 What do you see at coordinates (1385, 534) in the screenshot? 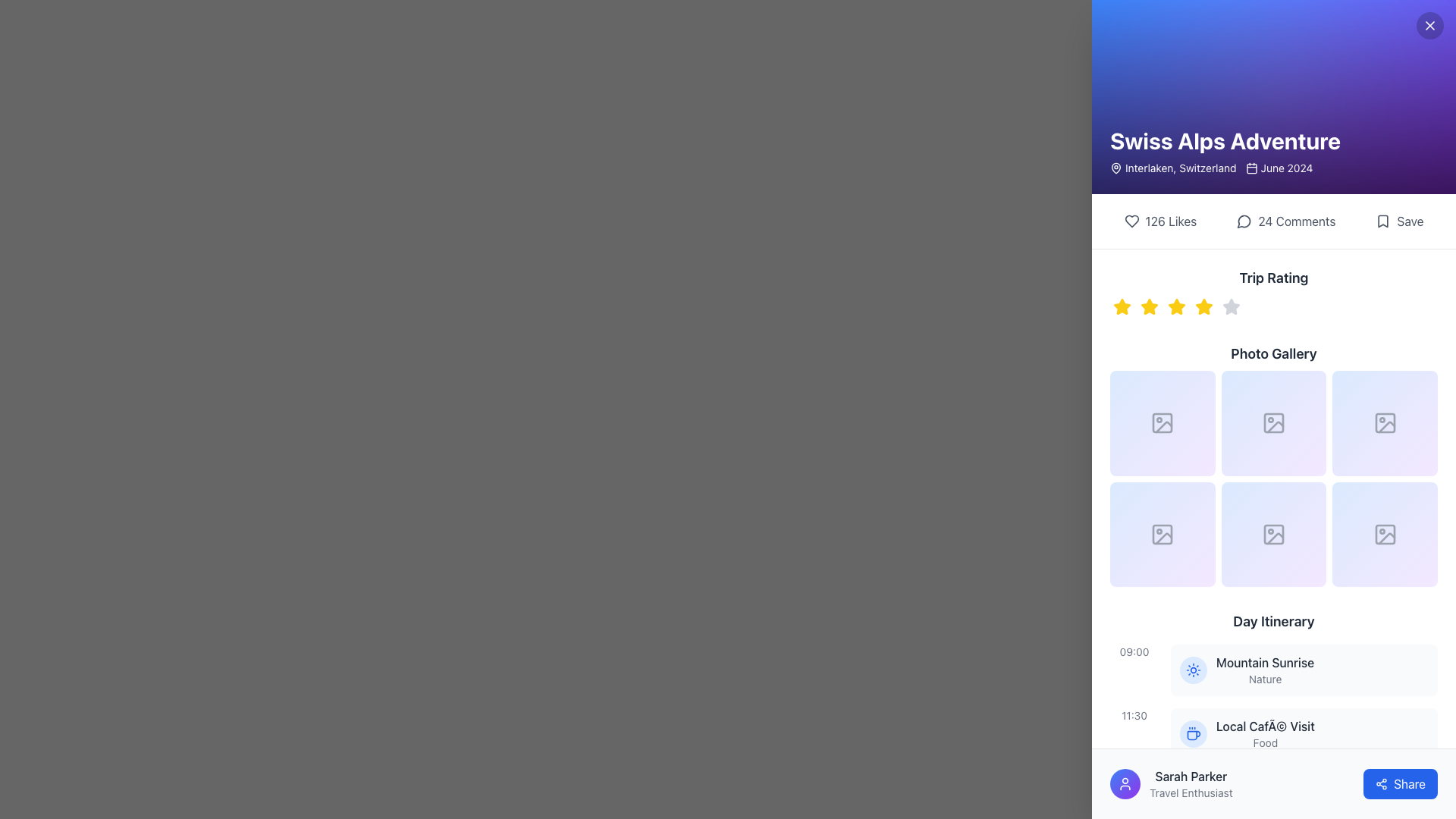
I see `the gray outlined photograph icon located in the second row, third column of the 'Photo Gallery' grid` at bounding box center [1385, 534].